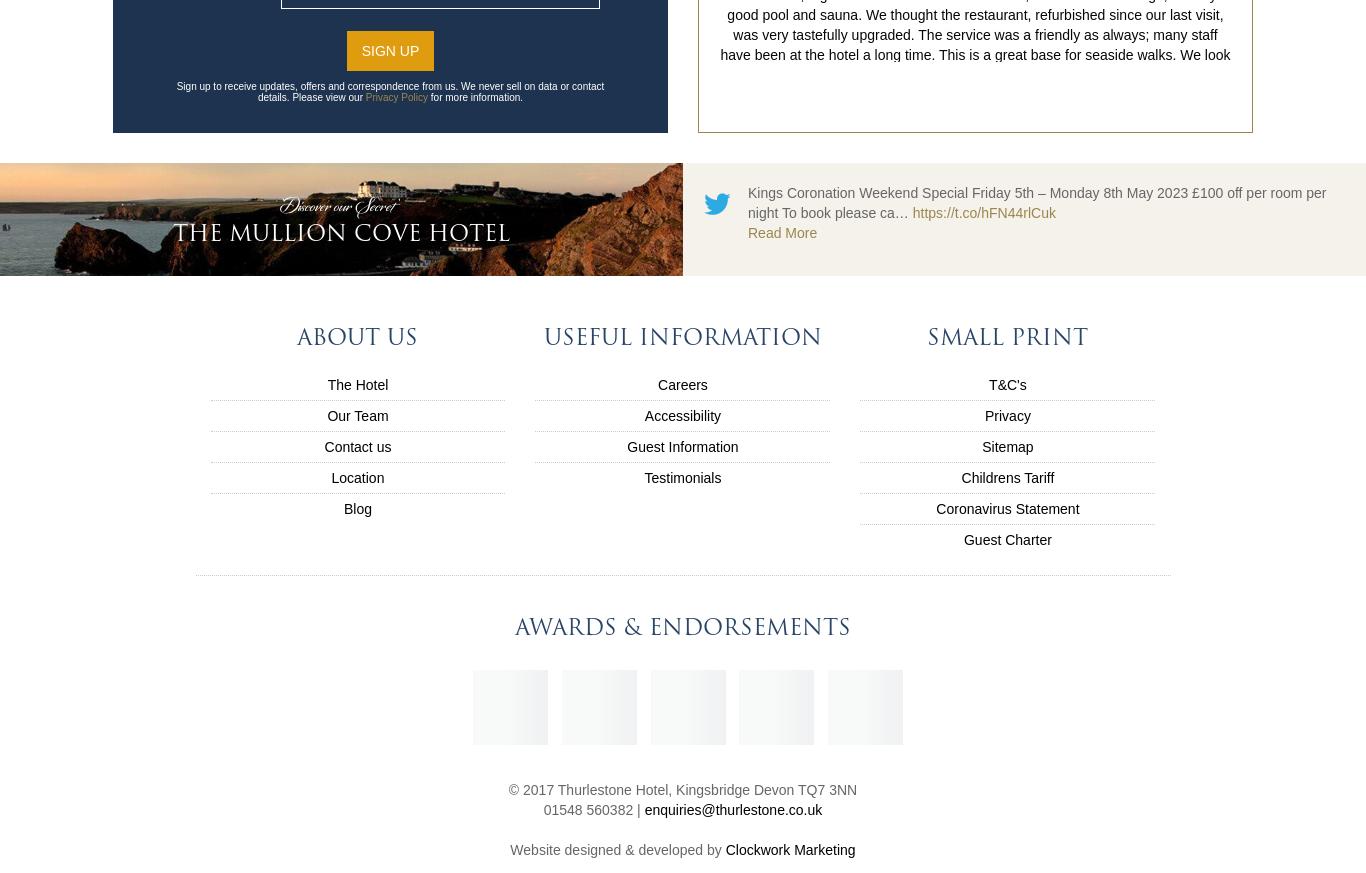  What do you see at coordinates (1007, 336) in the screenshot?
I see `'Small Print'` at bounding box center [1007, 336].